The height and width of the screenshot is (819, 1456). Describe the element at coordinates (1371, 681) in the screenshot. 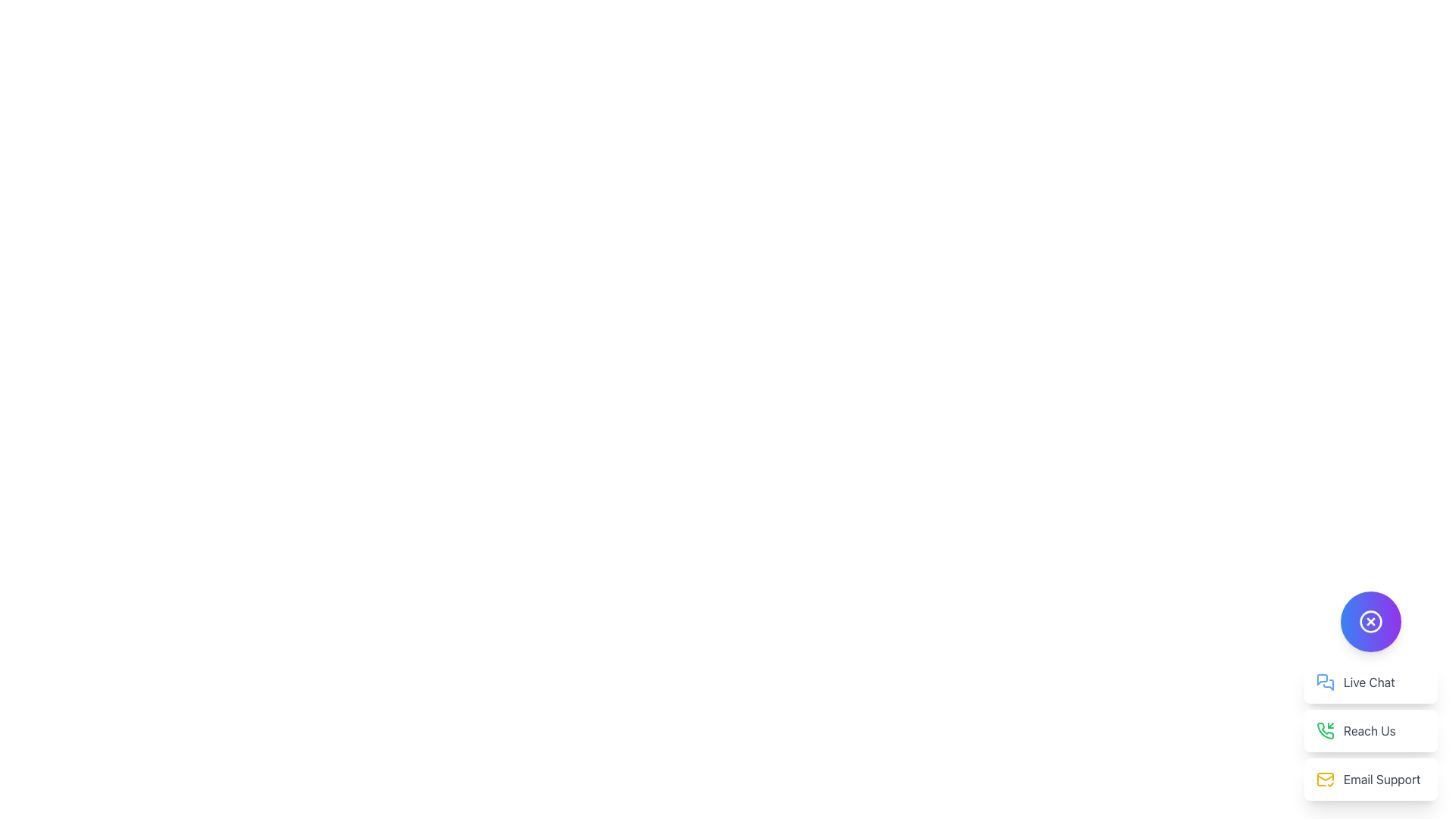

I see `the first button in the vertical list located at the bottom-right corner of the interface to initiate a live chat session` at that location.